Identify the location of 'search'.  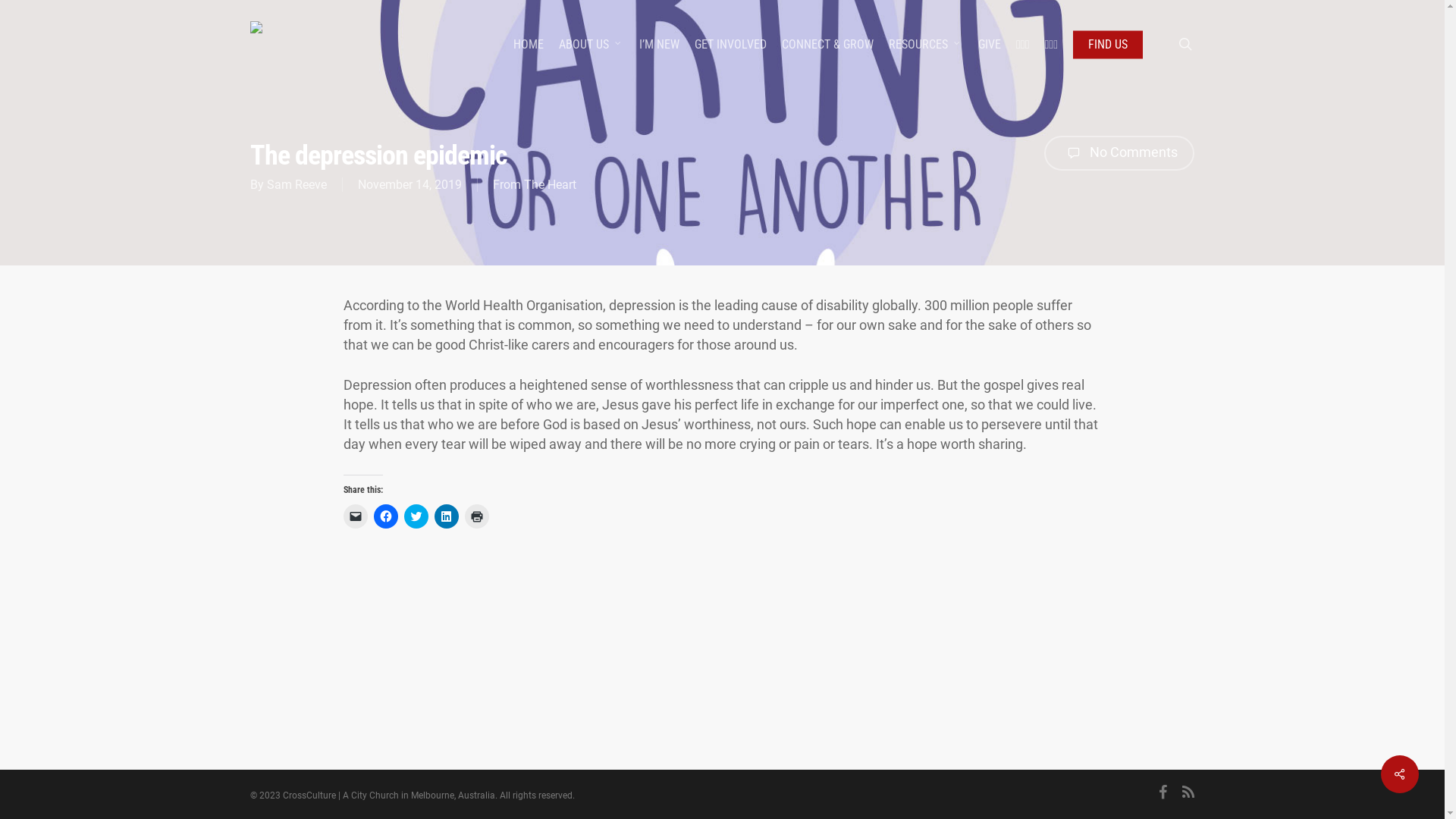
(1185, 42).